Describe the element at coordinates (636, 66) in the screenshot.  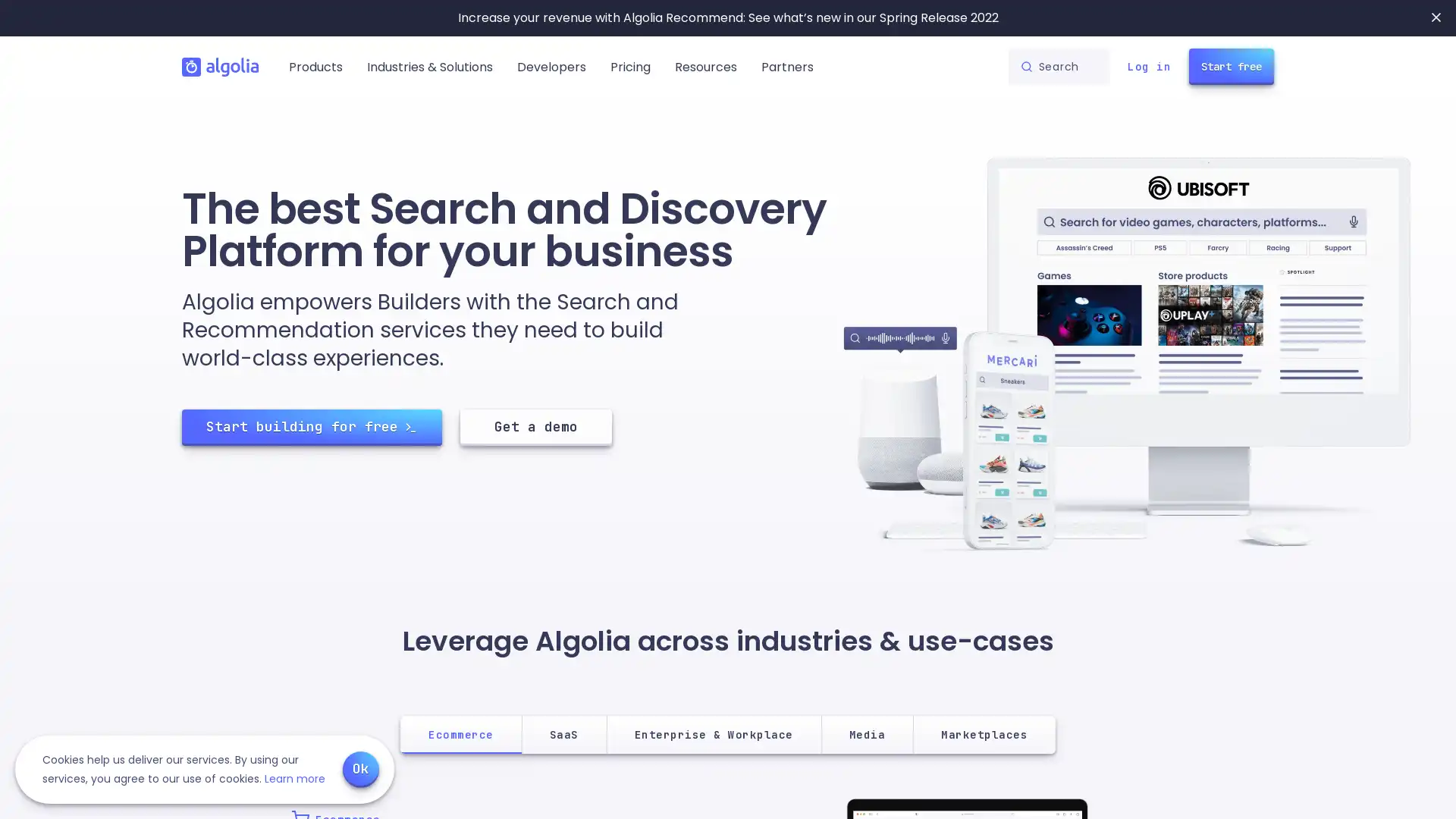
I see `Pricing` at that location.